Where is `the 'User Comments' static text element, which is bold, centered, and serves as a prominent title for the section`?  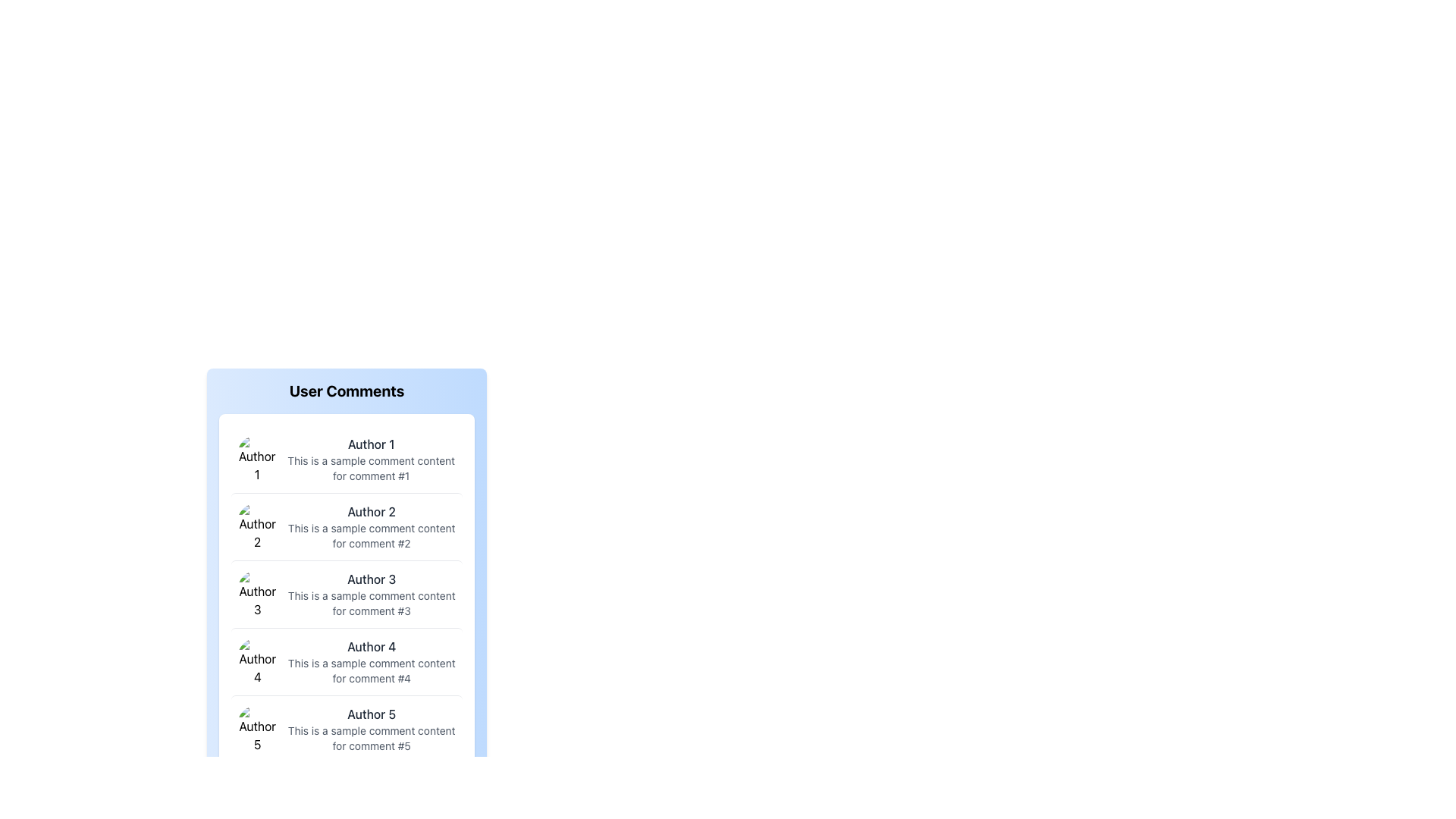 the 'User Comments' static text element, which is bold, centered, and serves as a prominent title for the section is located at coordinates (346, 397).